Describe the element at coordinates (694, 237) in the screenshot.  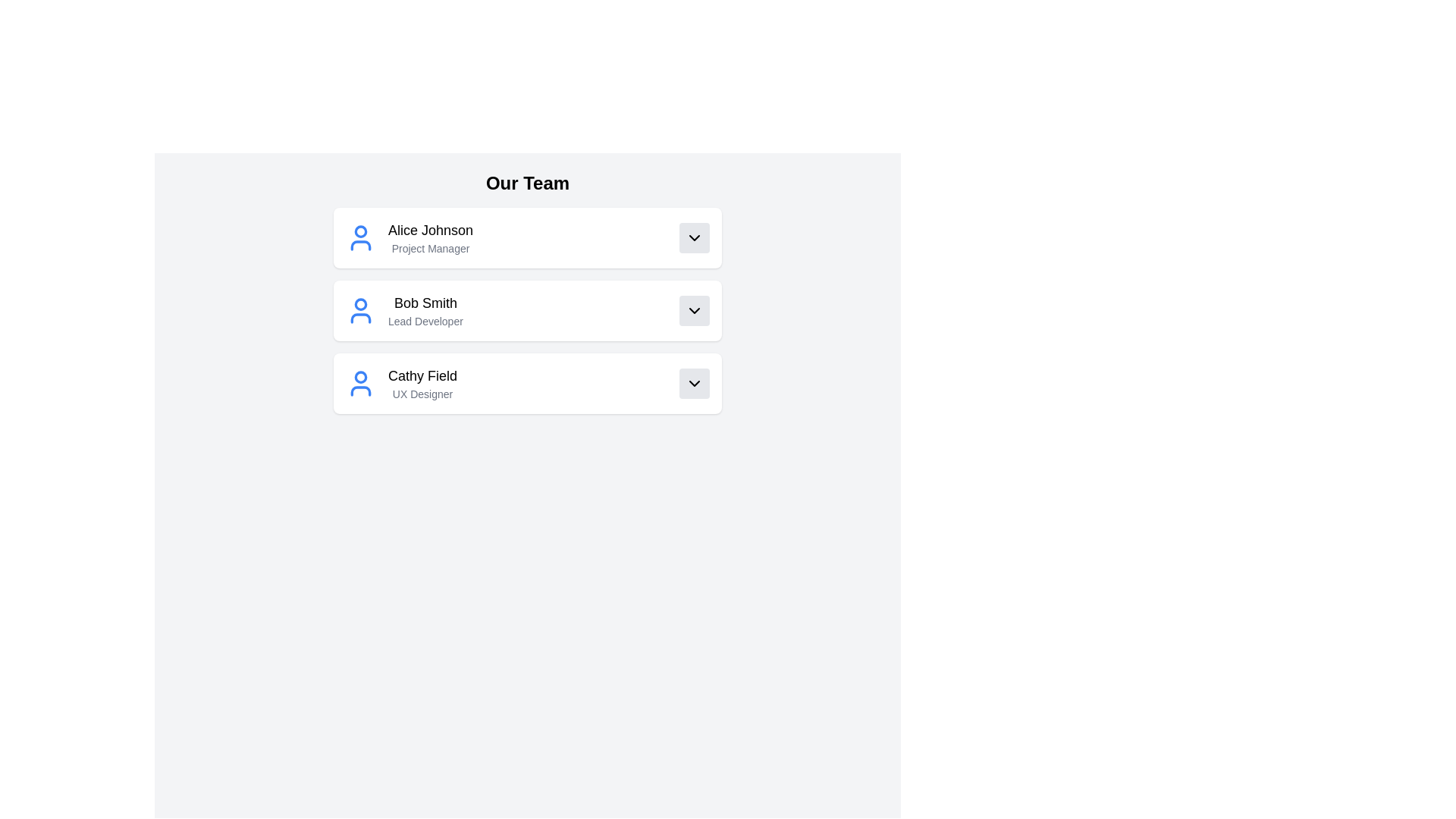
I see `the toggle button located to the right of 'Project Manager' and below 'Alice Johnson' to change its background color` at that location.